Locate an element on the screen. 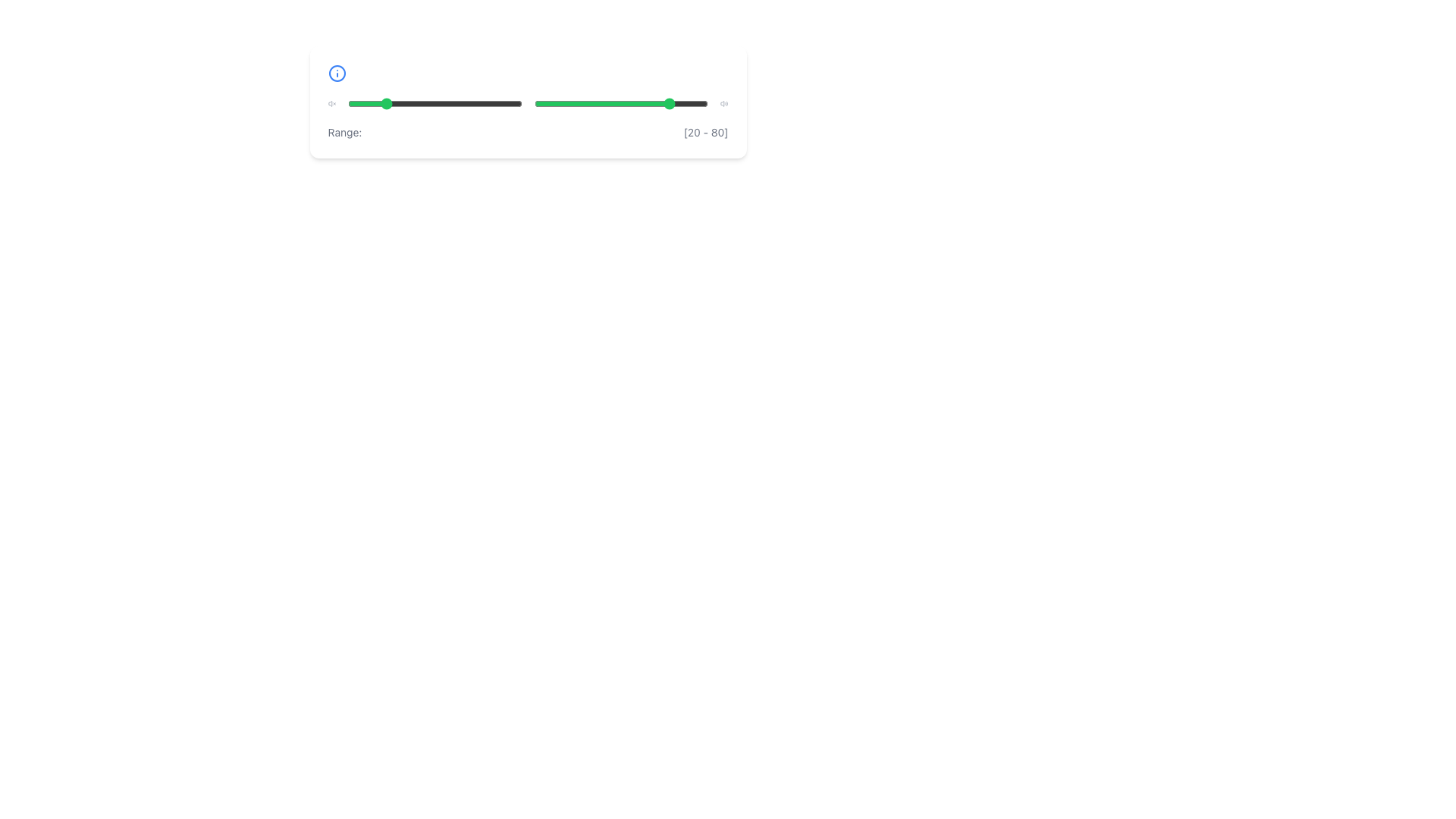 The height and width of the screenshot is (819, 1456). the circular green handle of the horizontal range slider, which is positioned is located at coordinates (621, 103).